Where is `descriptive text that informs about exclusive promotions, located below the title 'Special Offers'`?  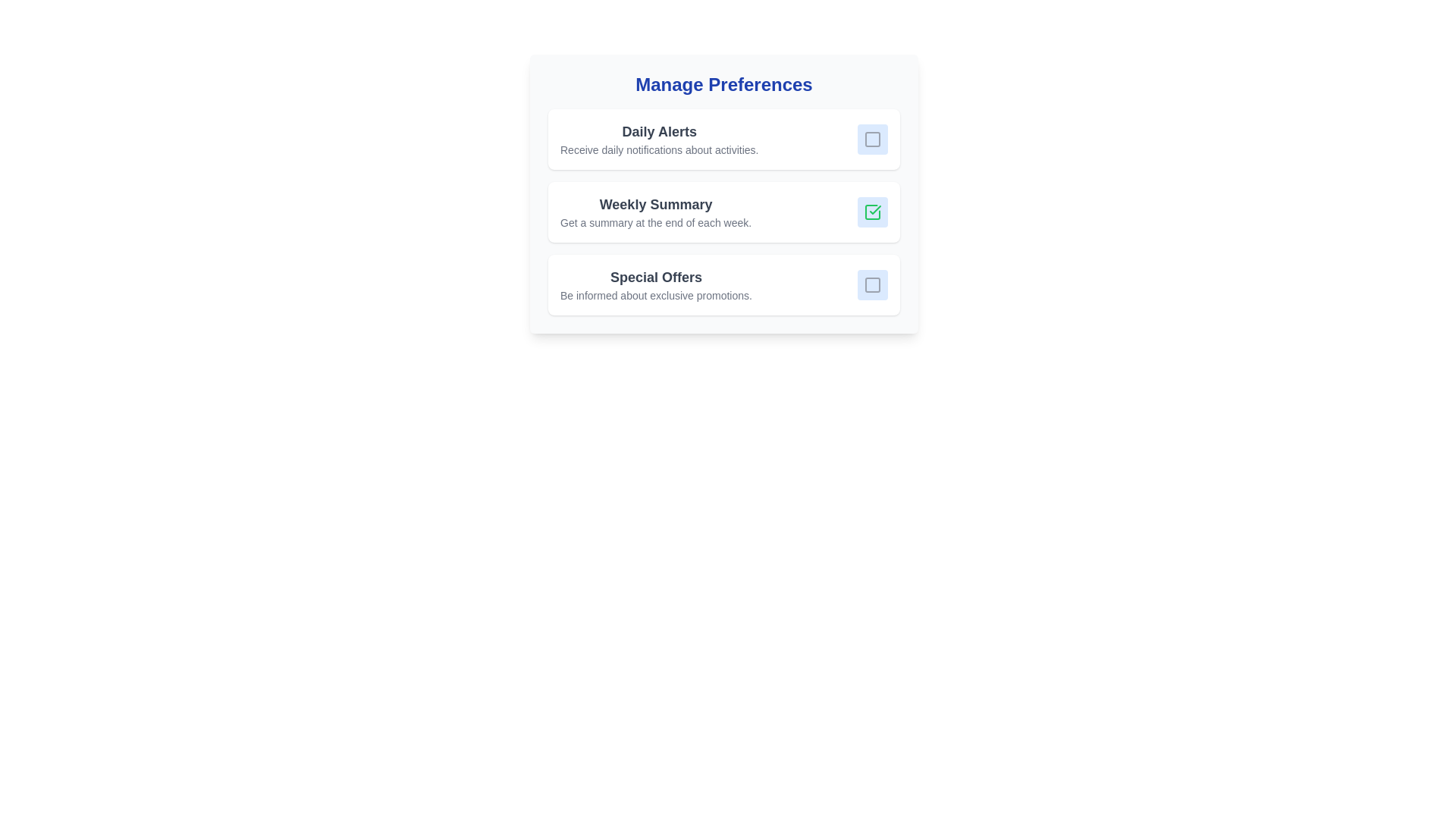
descriptive text that informs about exclusive promotions, located below the title 'Special Offers' is located at coordinates (656, 295).